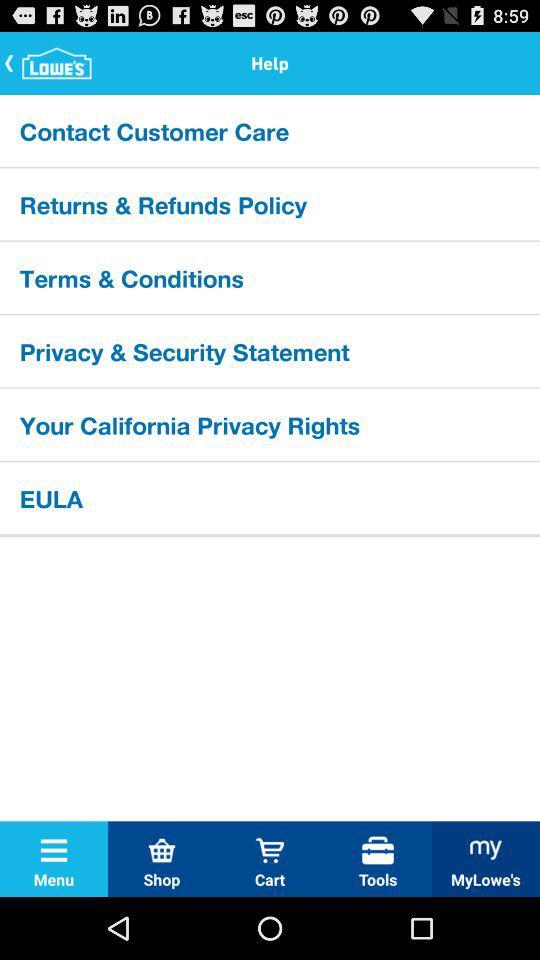  Describe the element at coordinates (485, 849) in the screenshot. I see `the last icon in the bottom right corner` at that location.